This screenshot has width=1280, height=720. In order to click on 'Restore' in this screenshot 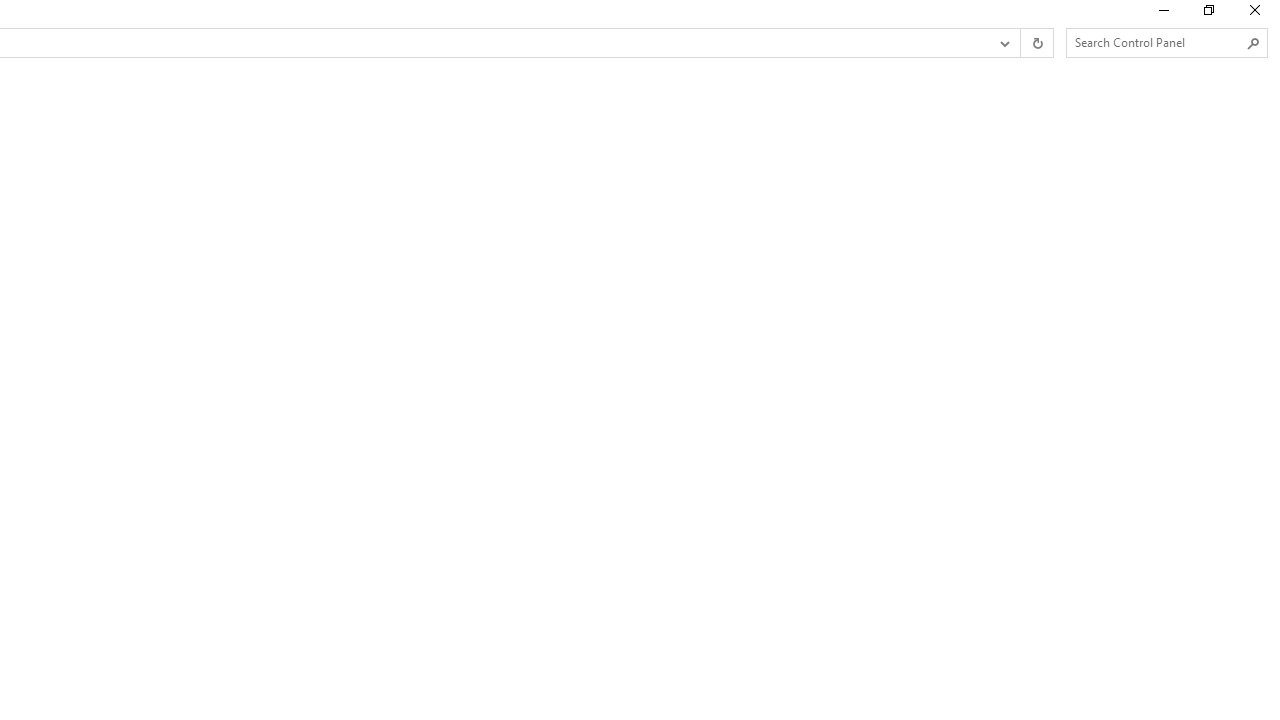, I will do `click(1207, 15)`.